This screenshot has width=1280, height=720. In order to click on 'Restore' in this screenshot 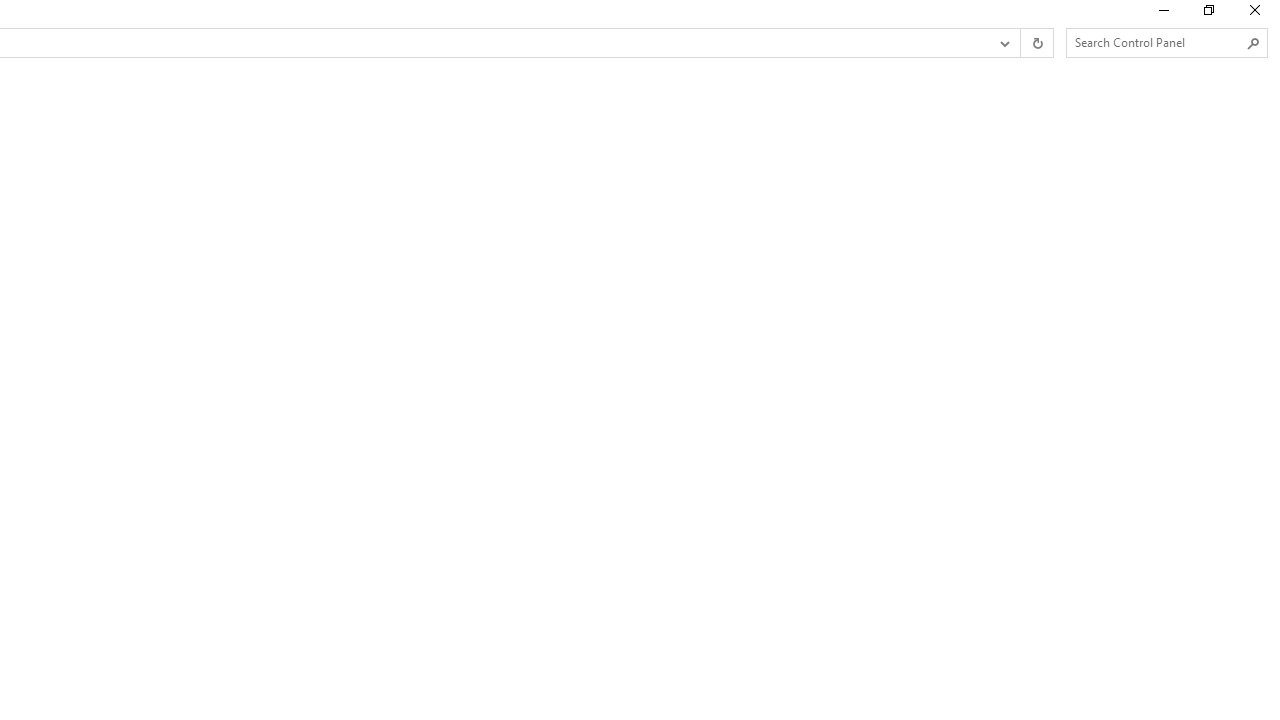, I will do `click(1207, 15)`.